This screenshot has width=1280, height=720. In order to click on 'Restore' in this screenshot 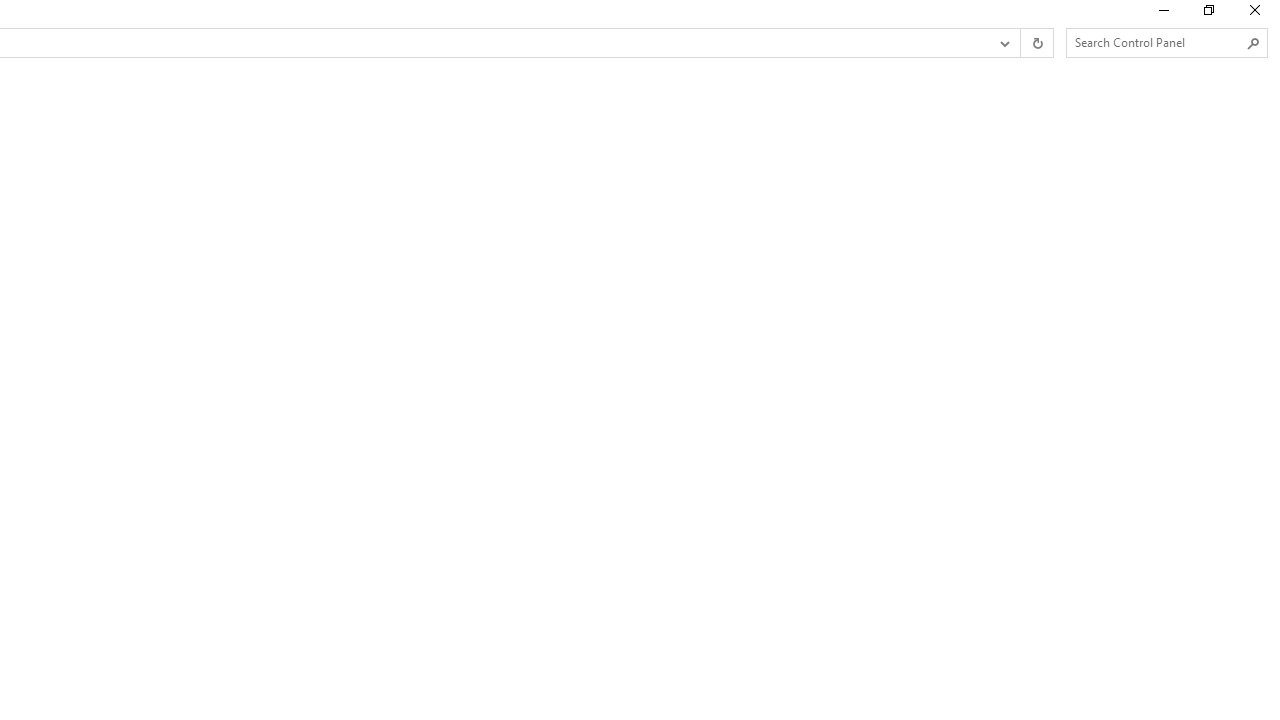, I will do `click(1207, 15)`.